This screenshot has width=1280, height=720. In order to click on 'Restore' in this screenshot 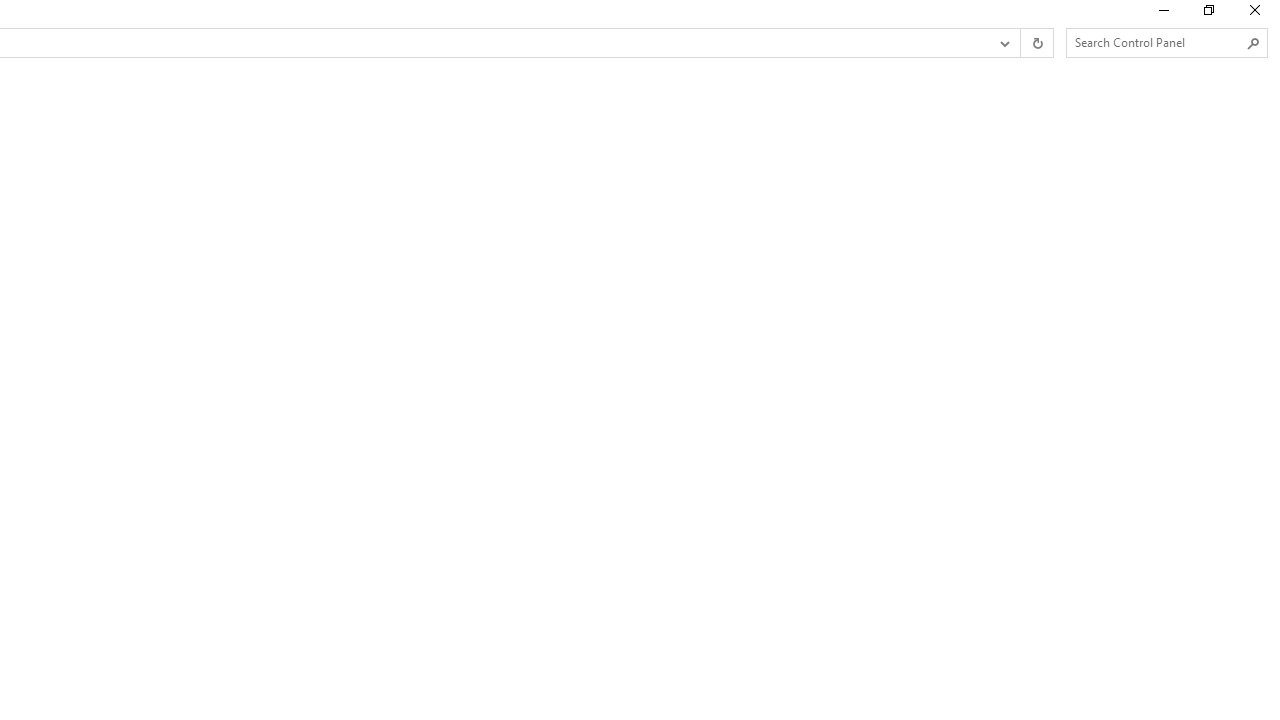, I will do `click(1207, 15)`.